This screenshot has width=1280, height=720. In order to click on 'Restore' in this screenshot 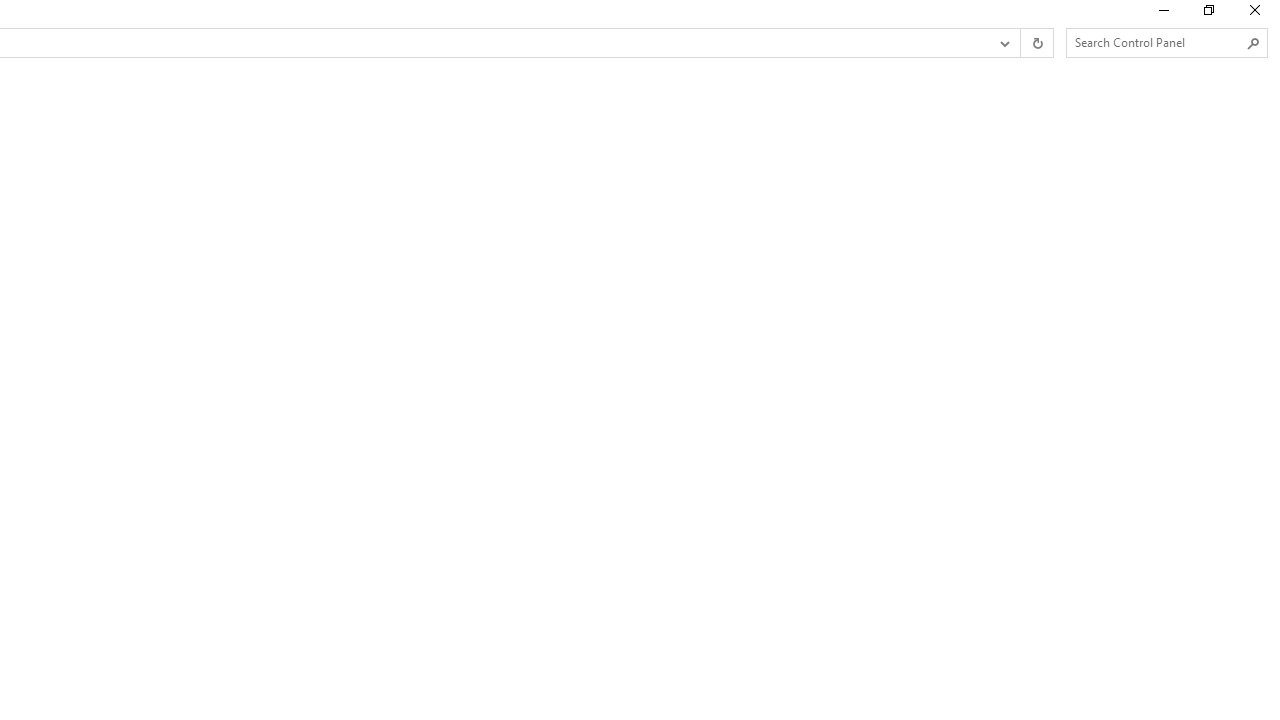, I will do `click(1207, 15)`.